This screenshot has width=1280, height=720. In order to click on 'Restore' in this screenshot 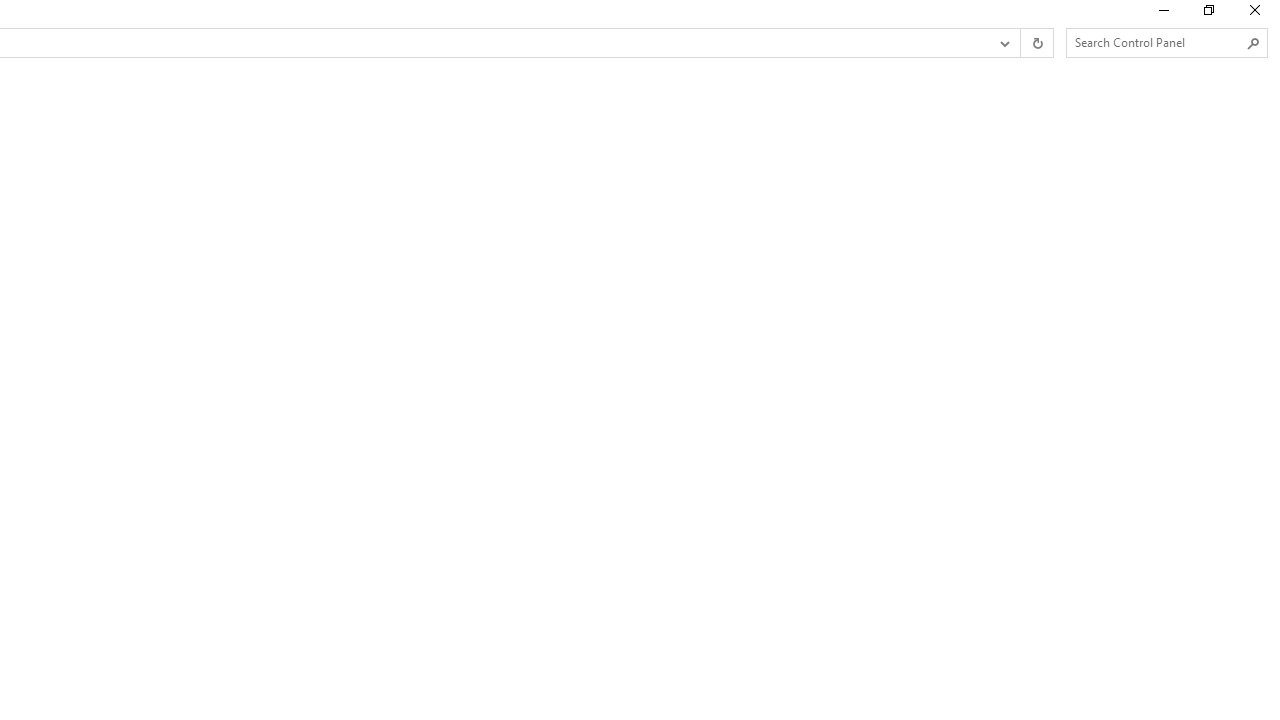, I will do `click(1207, 15)`.